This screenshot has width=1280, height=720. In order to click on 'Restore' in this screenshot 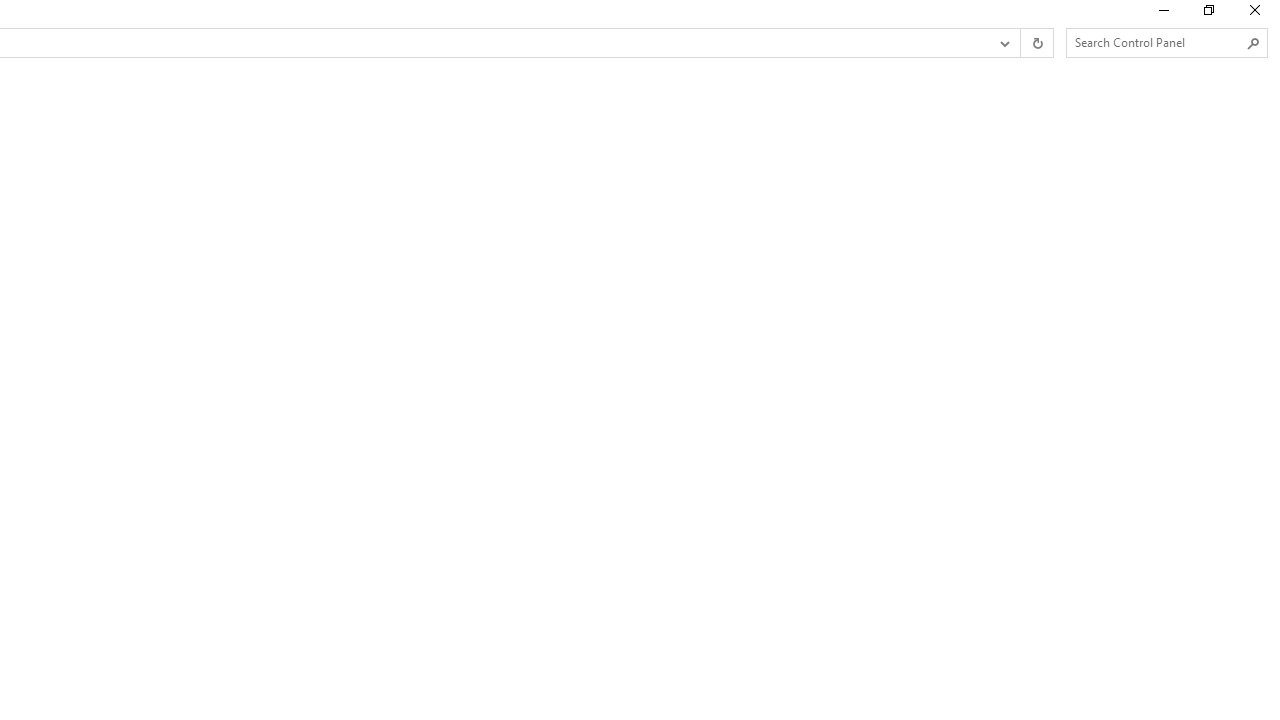, I will do `click(1207, 15)`.